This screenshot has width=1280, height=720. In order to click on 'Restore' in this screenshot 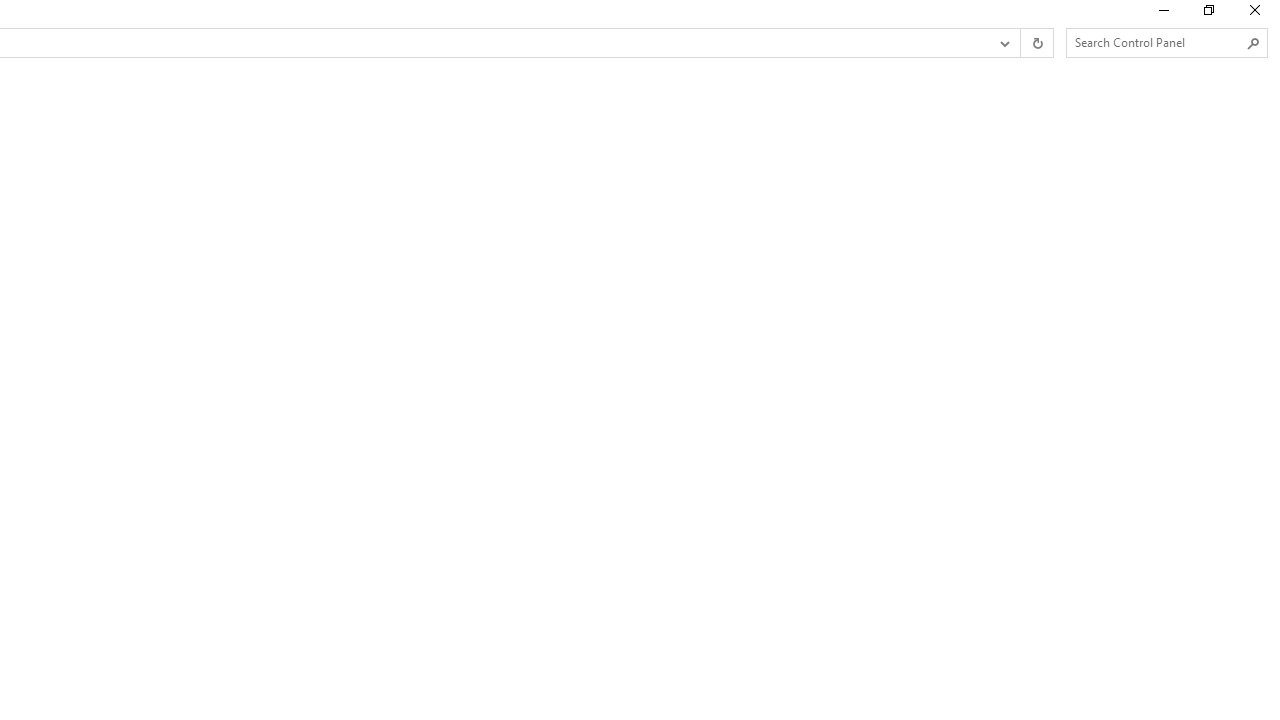, I will do `click(1207, 15)`.